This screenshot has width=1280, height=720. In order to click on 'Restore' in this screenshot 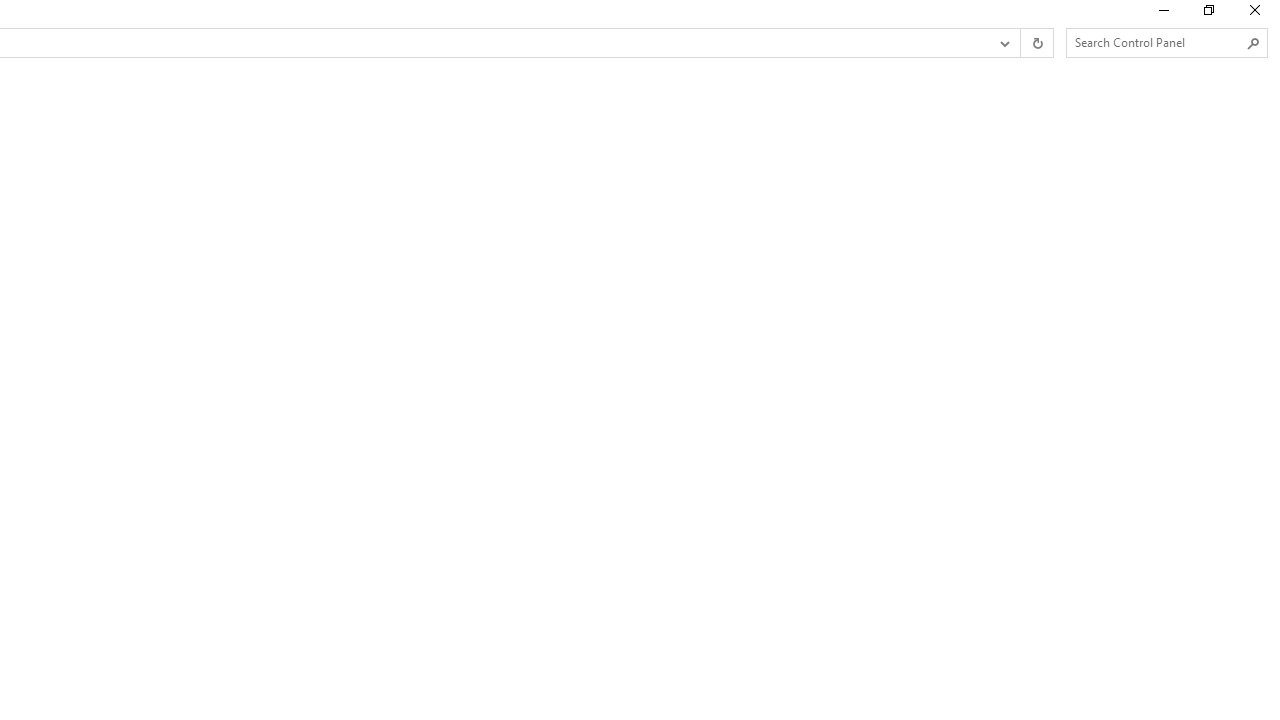, I will do `click(1207, 15)`.